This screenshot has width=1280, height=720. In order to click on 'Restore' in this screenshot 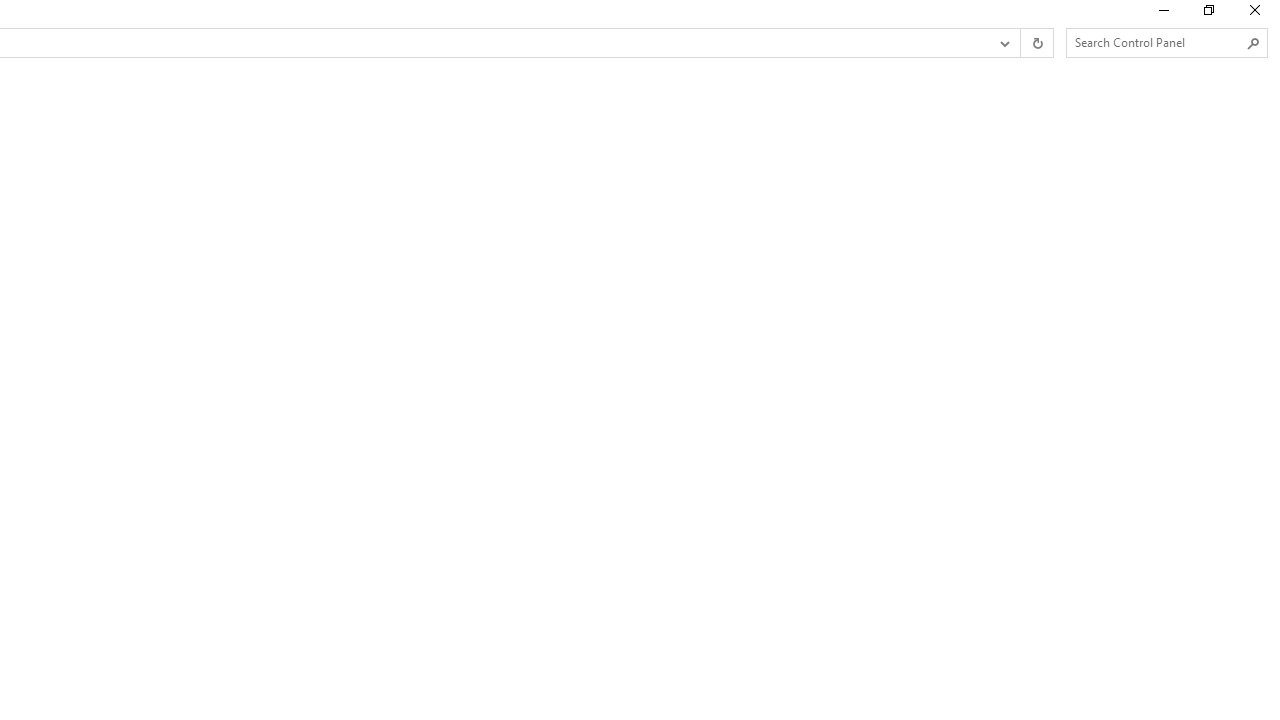, I will do `click(1207, 15)`.